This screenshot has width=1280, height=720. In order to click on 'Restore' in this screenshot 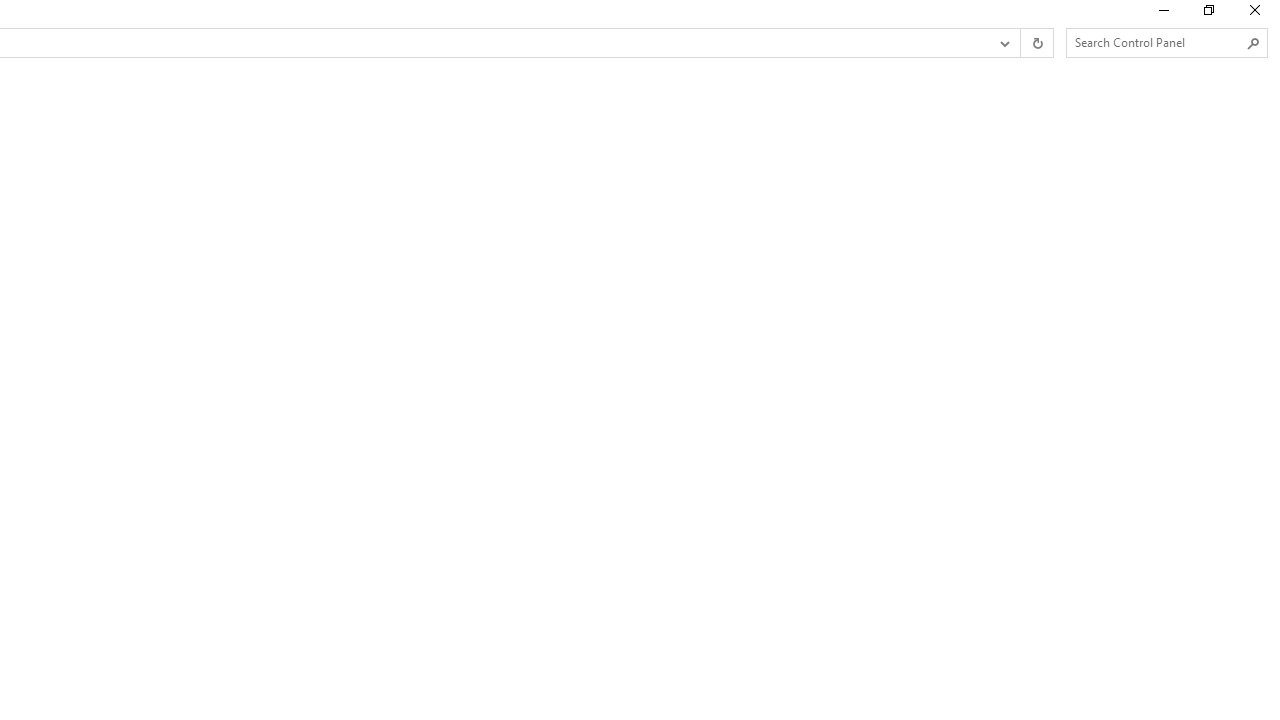, I will do `click(1207, 15)`.